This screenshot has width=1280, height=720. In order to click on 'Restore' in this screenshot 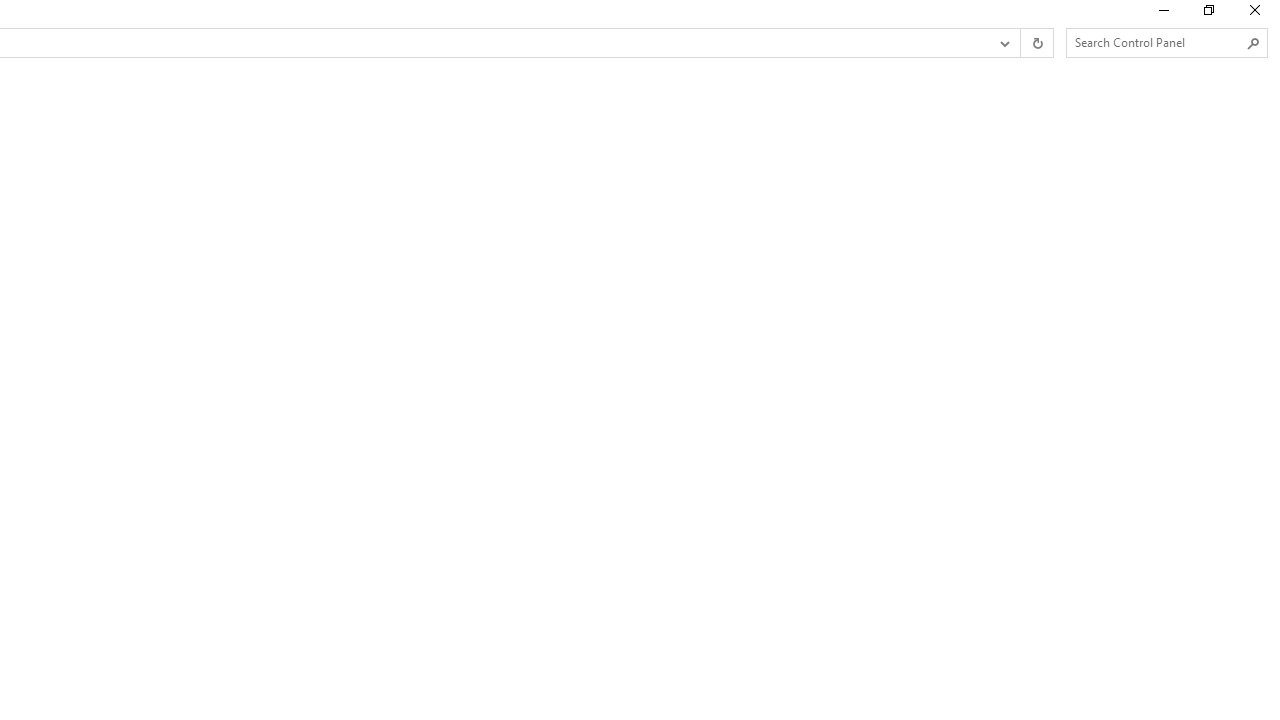, I will do `click(1207, 15)`.